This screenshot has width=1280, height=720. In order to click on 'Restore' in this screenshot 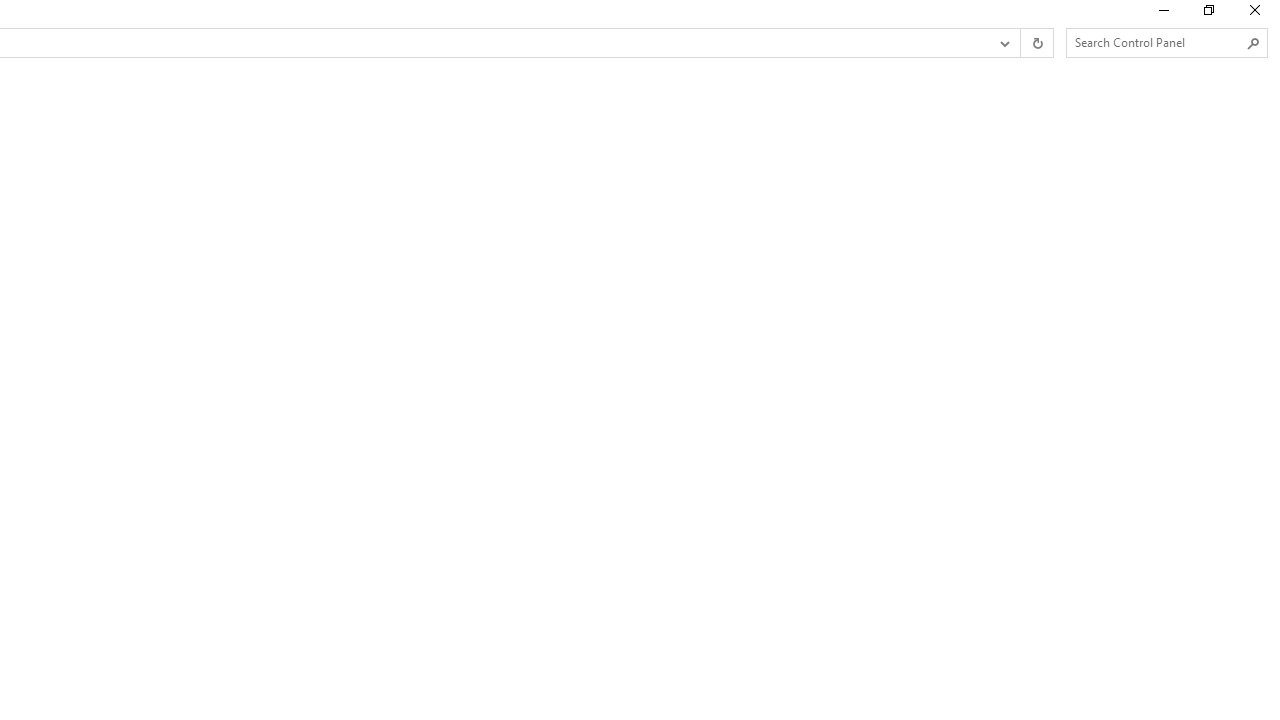, I will do `click(1207, 15)`.